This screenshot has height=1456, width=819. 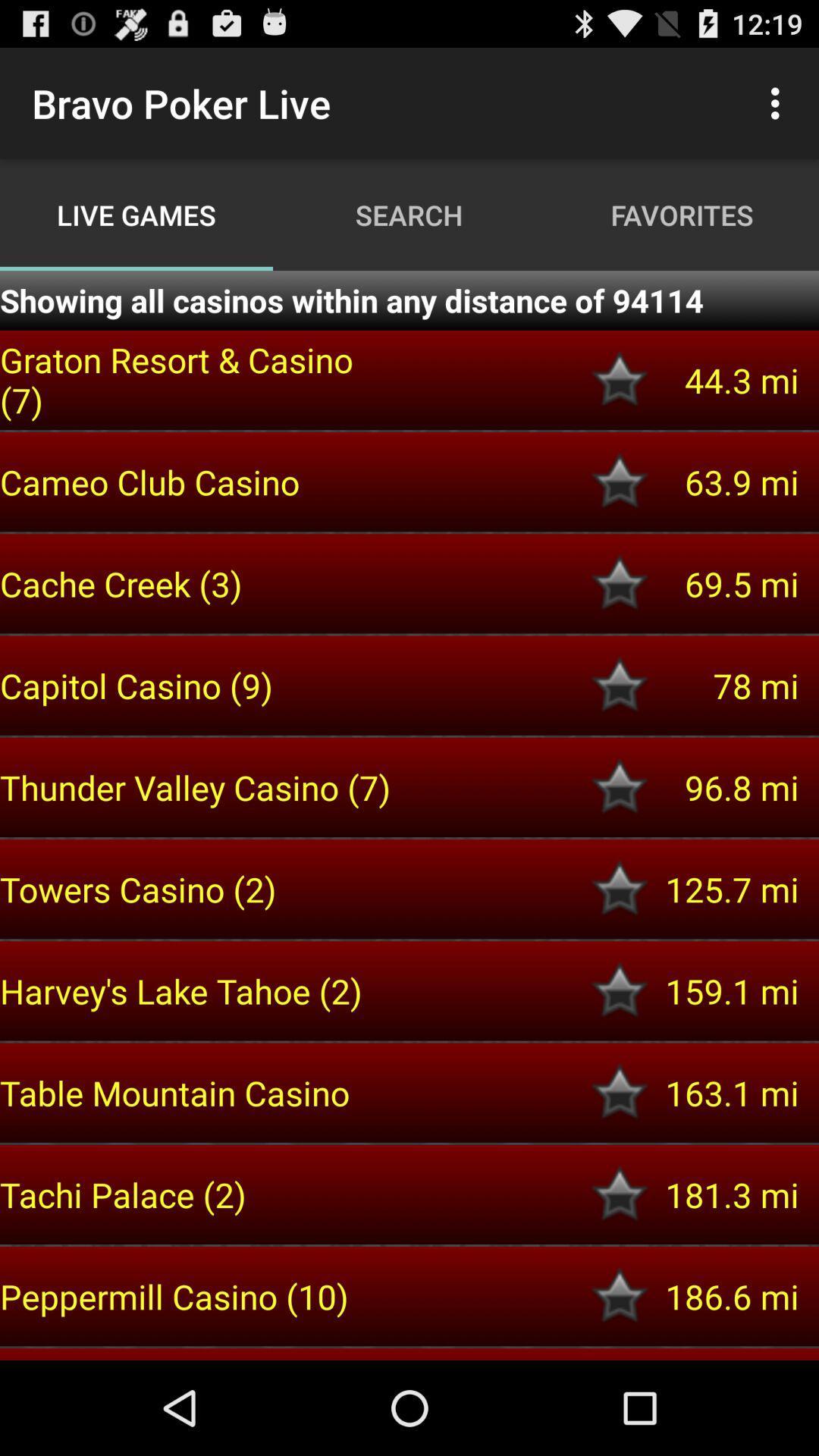 What do you see at coordinates (620, 380) in the screenshot?
I see `graton resort casino to favorites` at bounding box center [620, 380].